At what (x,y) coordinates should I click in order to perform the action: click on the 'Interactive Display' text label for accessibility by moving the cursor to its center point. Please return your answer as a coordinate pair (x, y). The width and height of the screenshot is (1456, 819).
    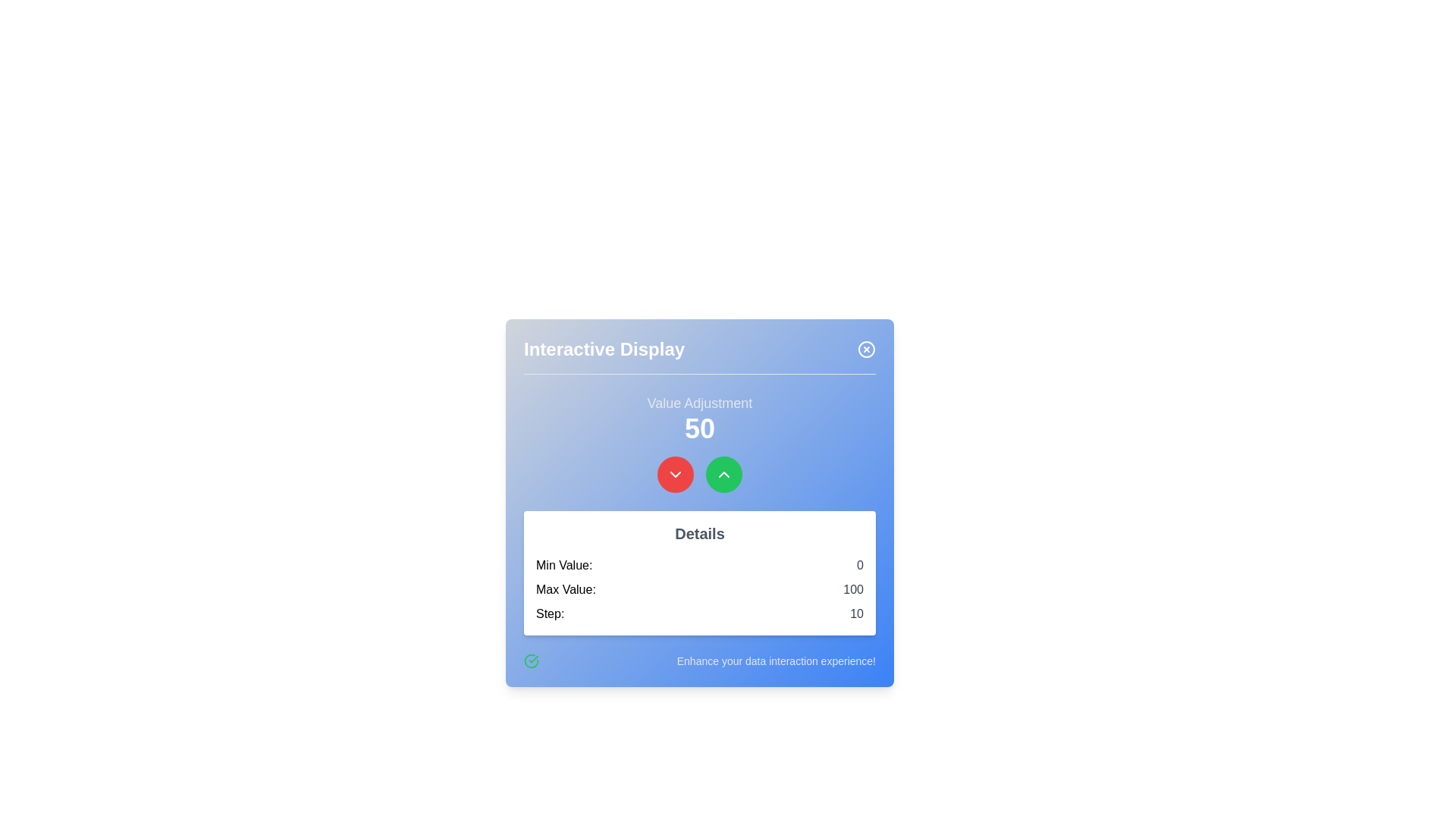
    Looking at the image, I should click on (603, 350).